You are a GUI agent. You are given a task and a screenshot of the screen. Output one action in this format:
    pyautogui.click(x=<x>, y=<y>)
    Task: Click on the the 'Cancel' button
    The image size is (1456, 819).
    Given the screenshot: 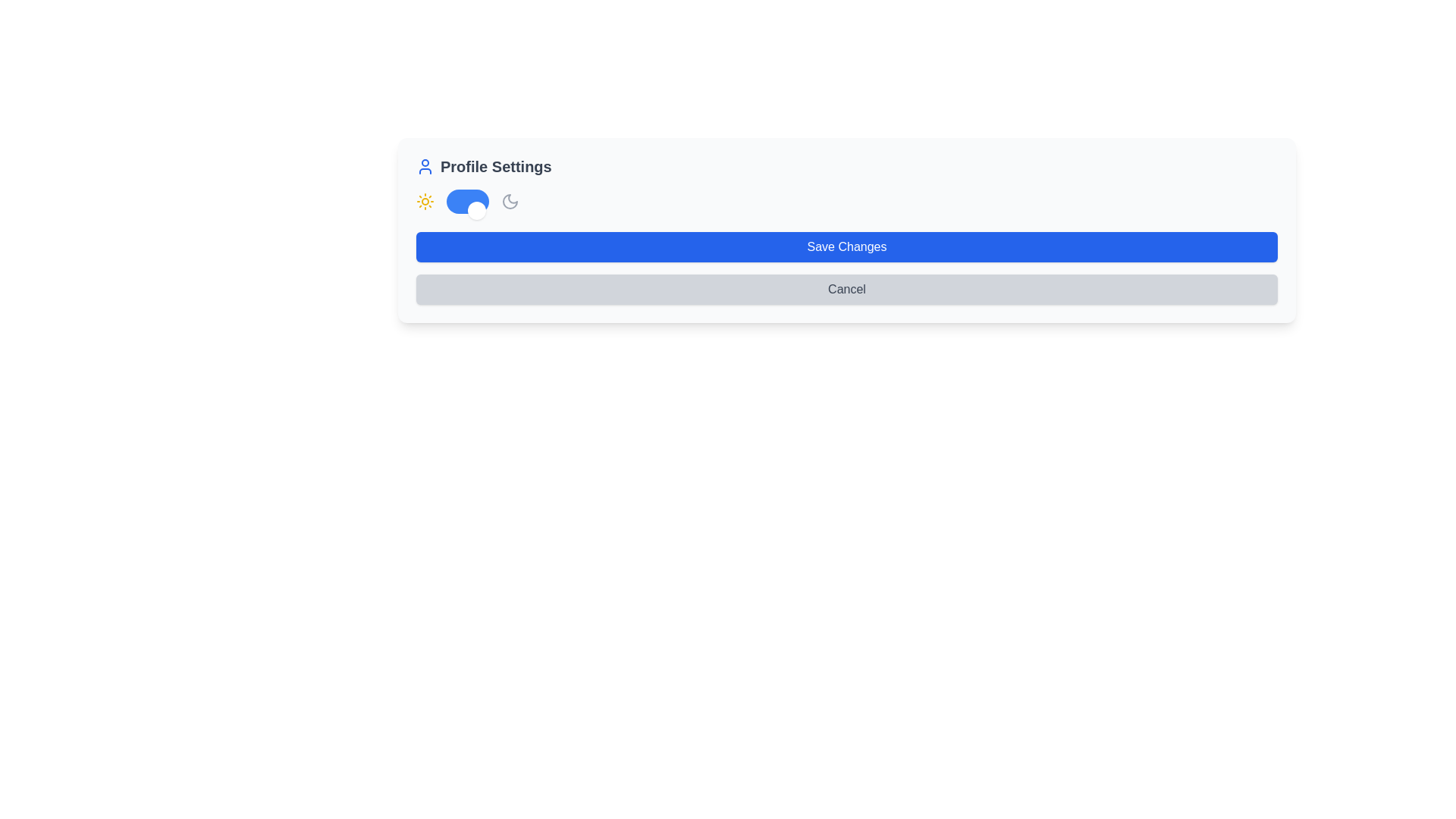 What is the action you would take?
    pyautogui.click(x=846, y=289)
    